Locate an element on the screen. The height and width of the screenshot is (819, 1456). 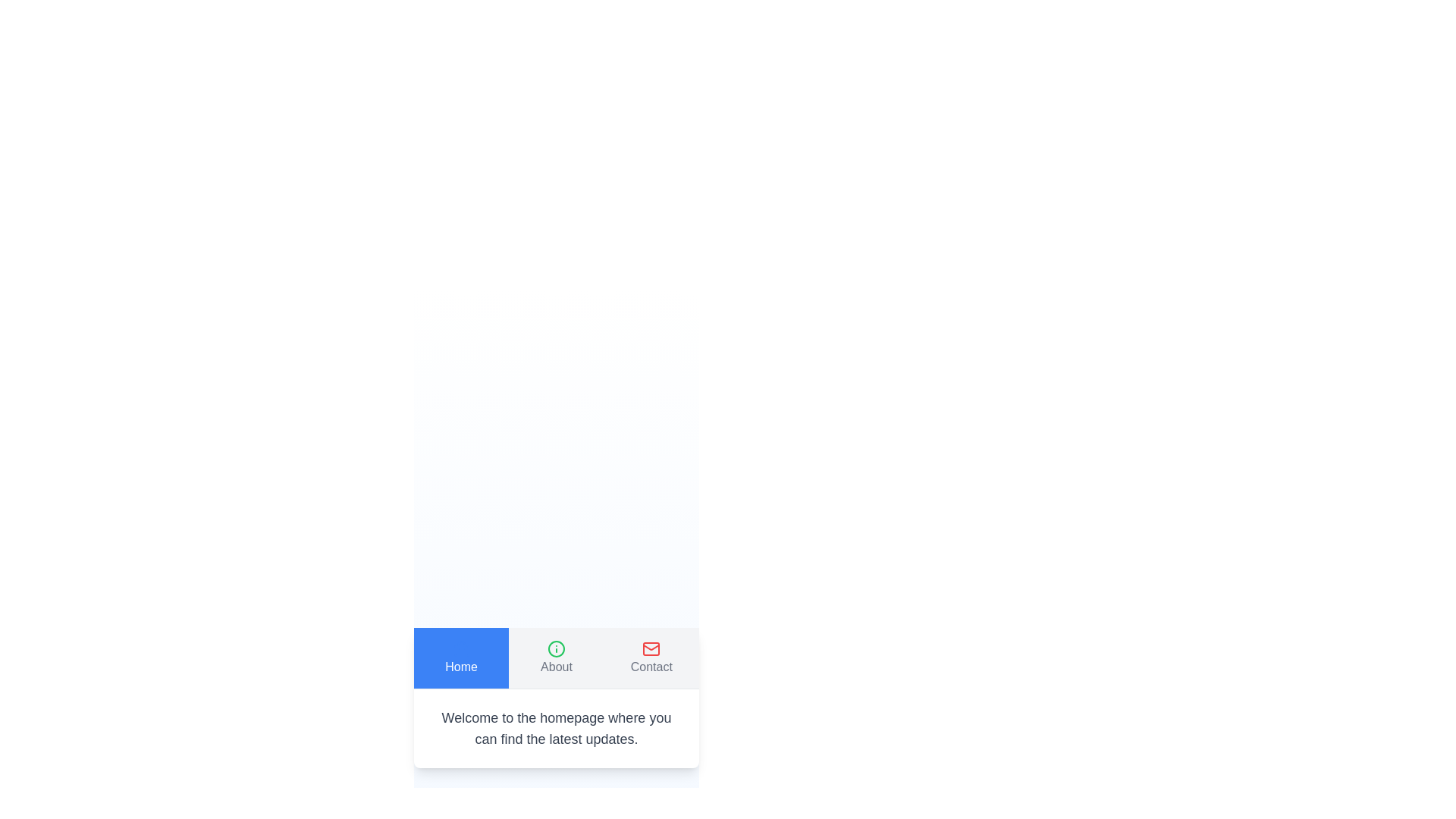
the Contact tab to view its content is located at coordinates (651, 657).